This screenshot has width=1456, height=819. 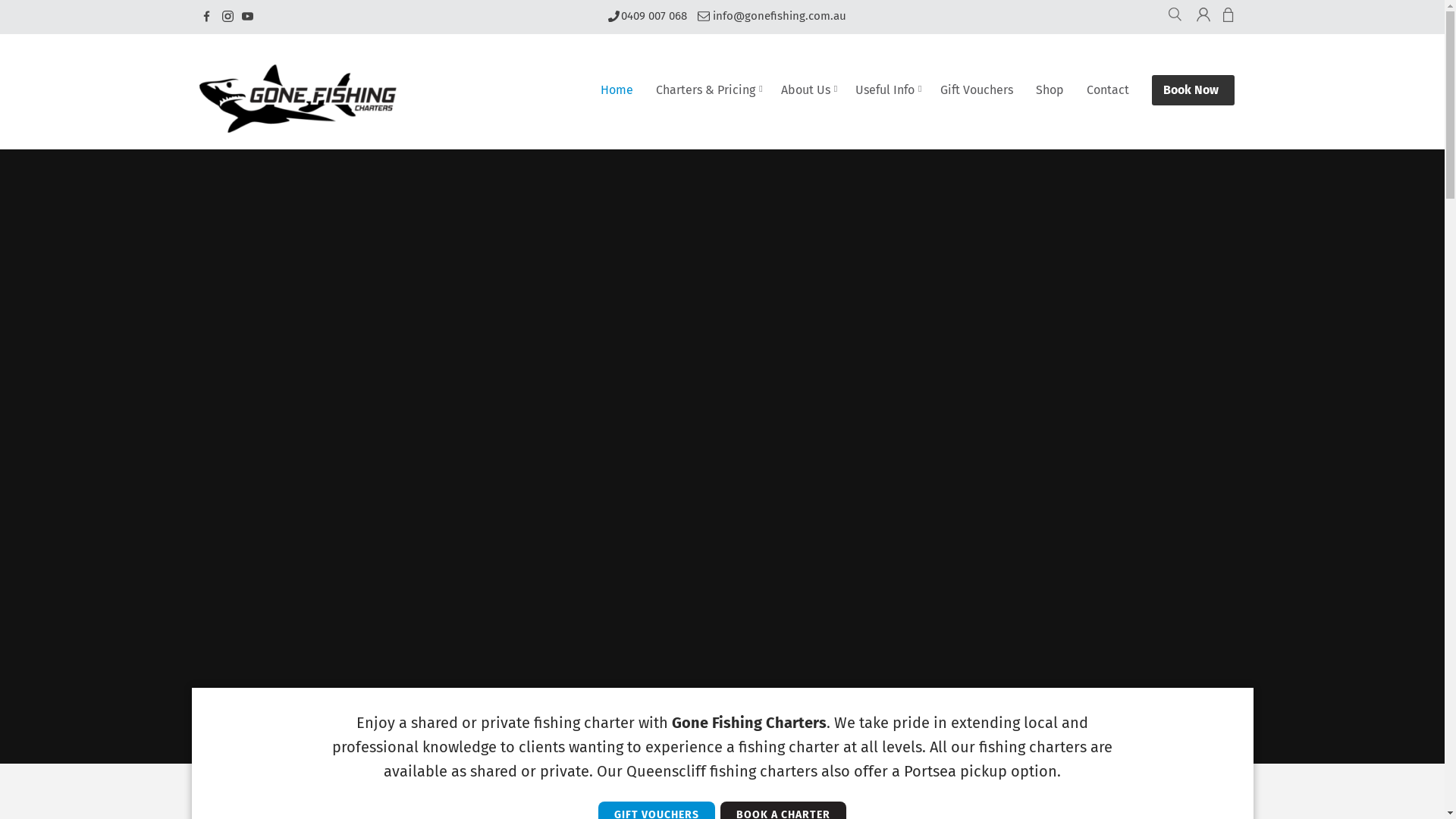 I want to click on 'info@gonefishing.com.au', so click(x=771, y=17).